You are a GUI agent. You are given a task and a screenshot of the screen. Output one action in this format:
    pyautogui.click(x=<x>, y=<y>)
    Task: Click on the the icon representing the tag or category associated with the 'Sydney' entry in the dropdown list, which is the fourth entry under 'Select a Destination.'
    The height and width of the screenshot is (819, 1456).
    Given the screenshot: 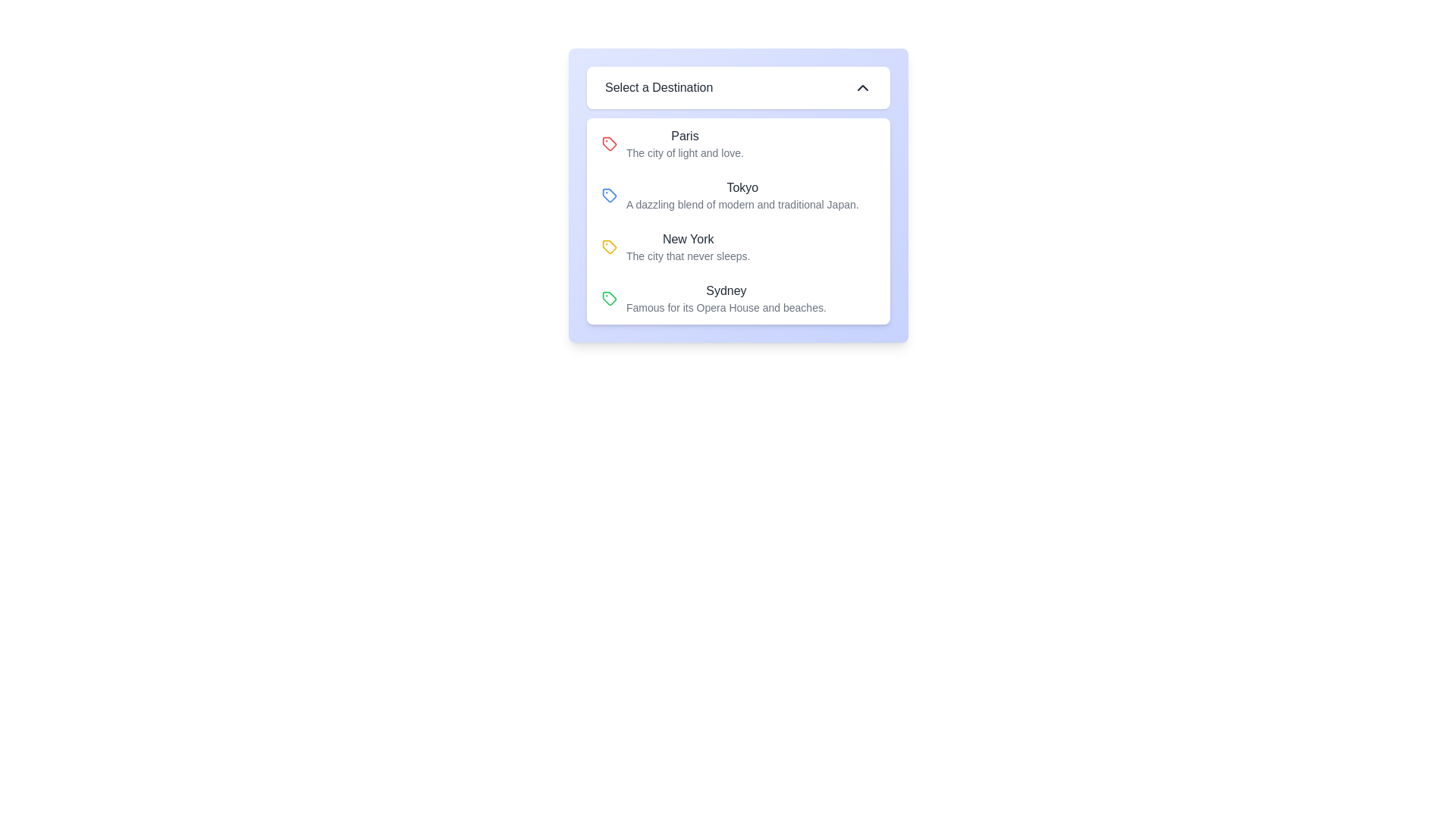 What is the action you would take?
    pyautogui.click(x=610, y=298)
    